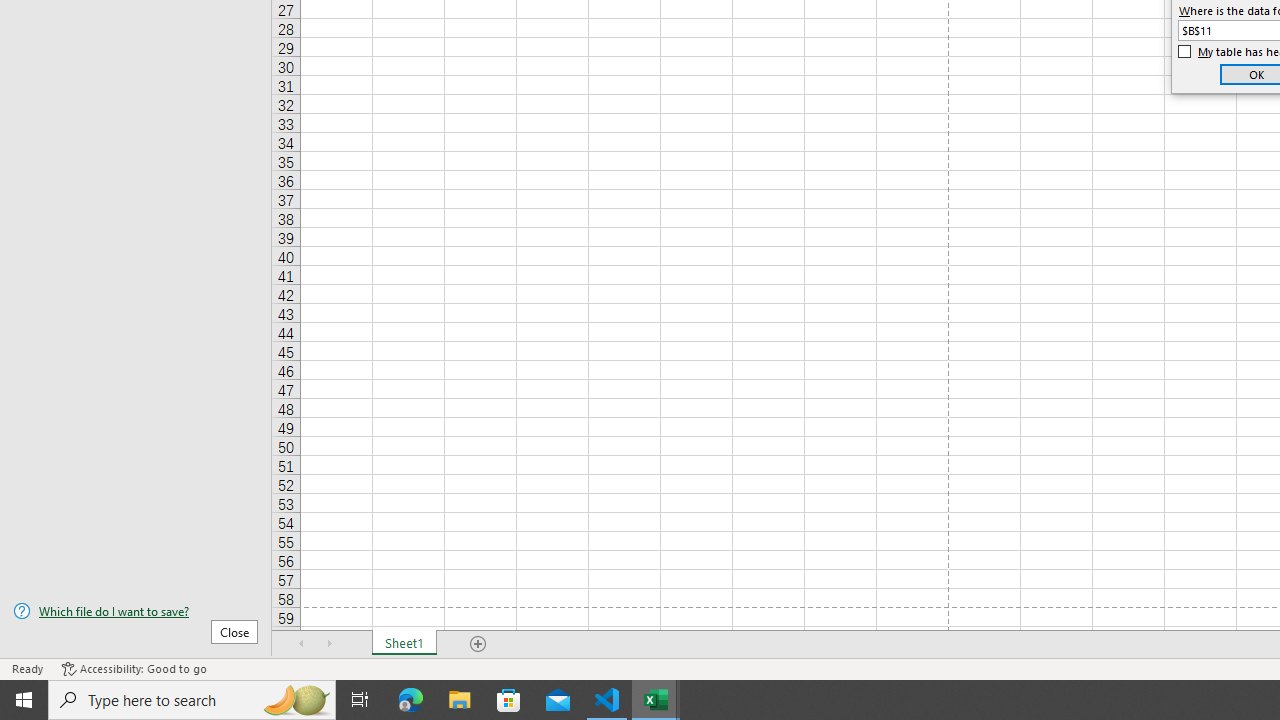 Image resolution: width=1280 pixels, height=720 pixels. Describe the element at coordinates (301, 644) in the screenshot. I see `'Scroll Left'` at that location.